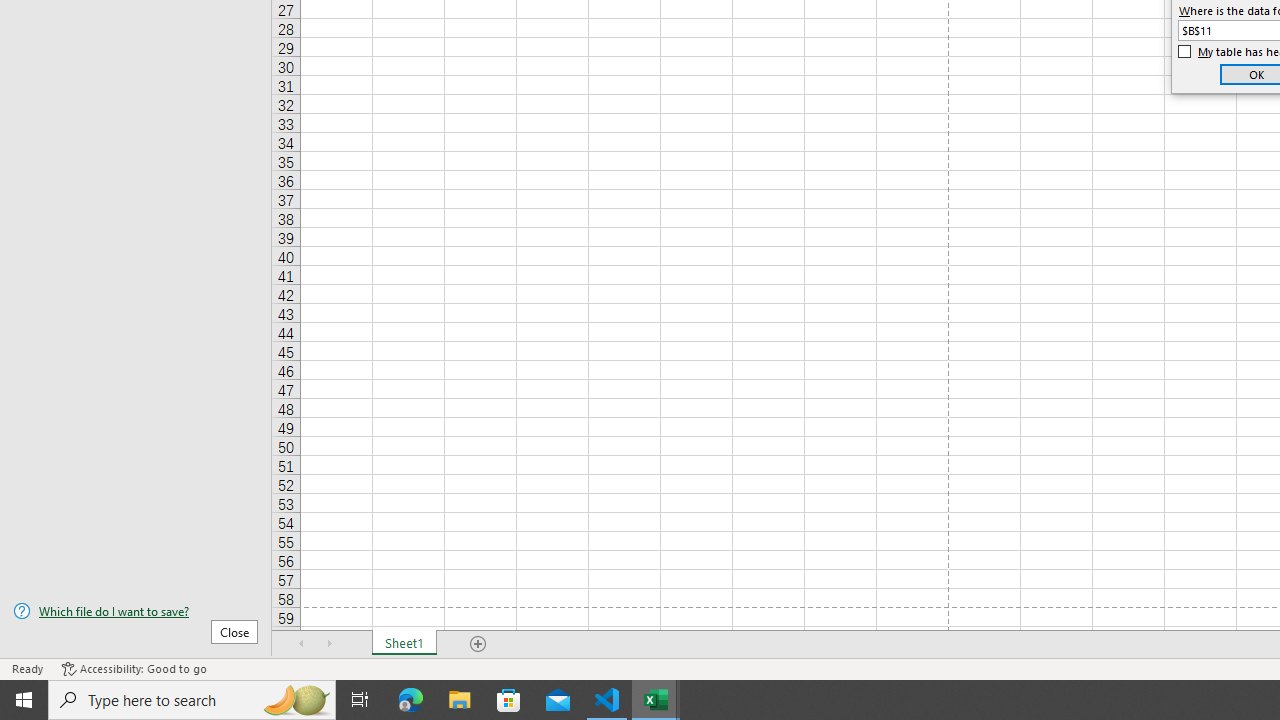 Image resolution: width=1280 pixels, height=720 pixels. Describe the element at coordinates (301, 644) in the screenshot. I see `'Scroll Left'` at that location.